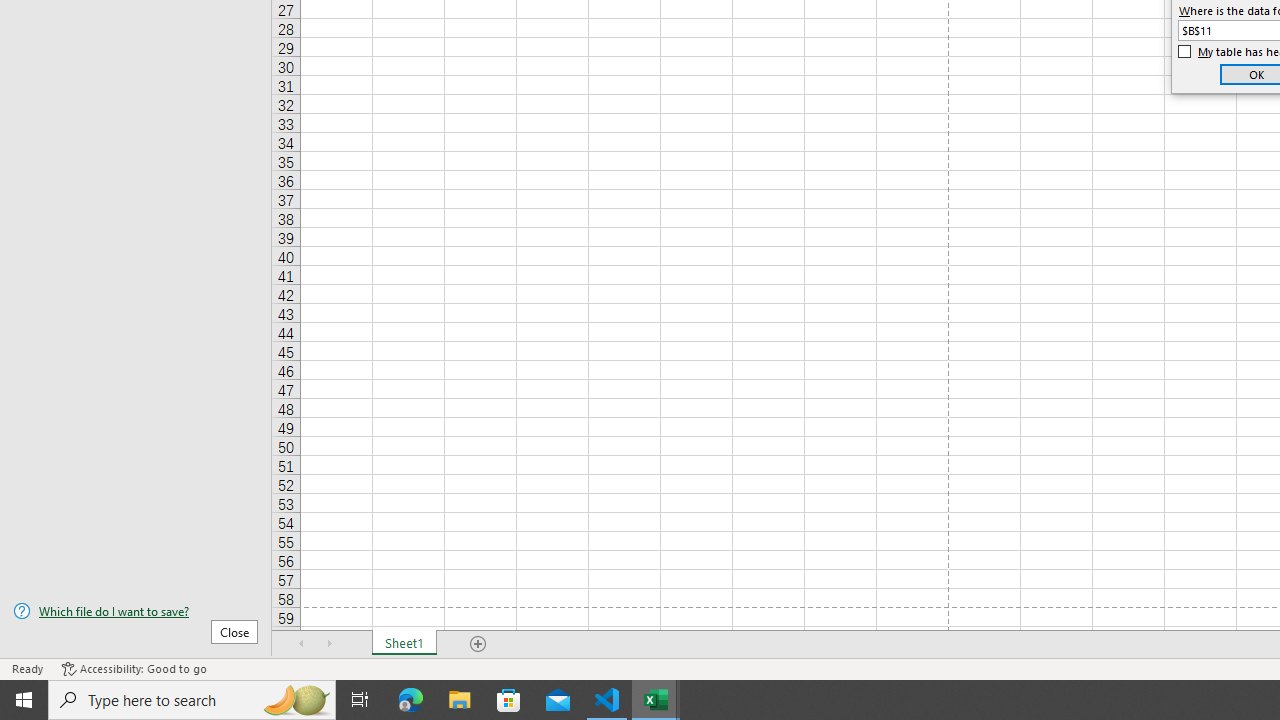 Image resolution: width=1280 pixels, height=720 pixels. Describe the element at coordinates (301, 644) in the screenshot. I see `'Scroll Left'` at that location.